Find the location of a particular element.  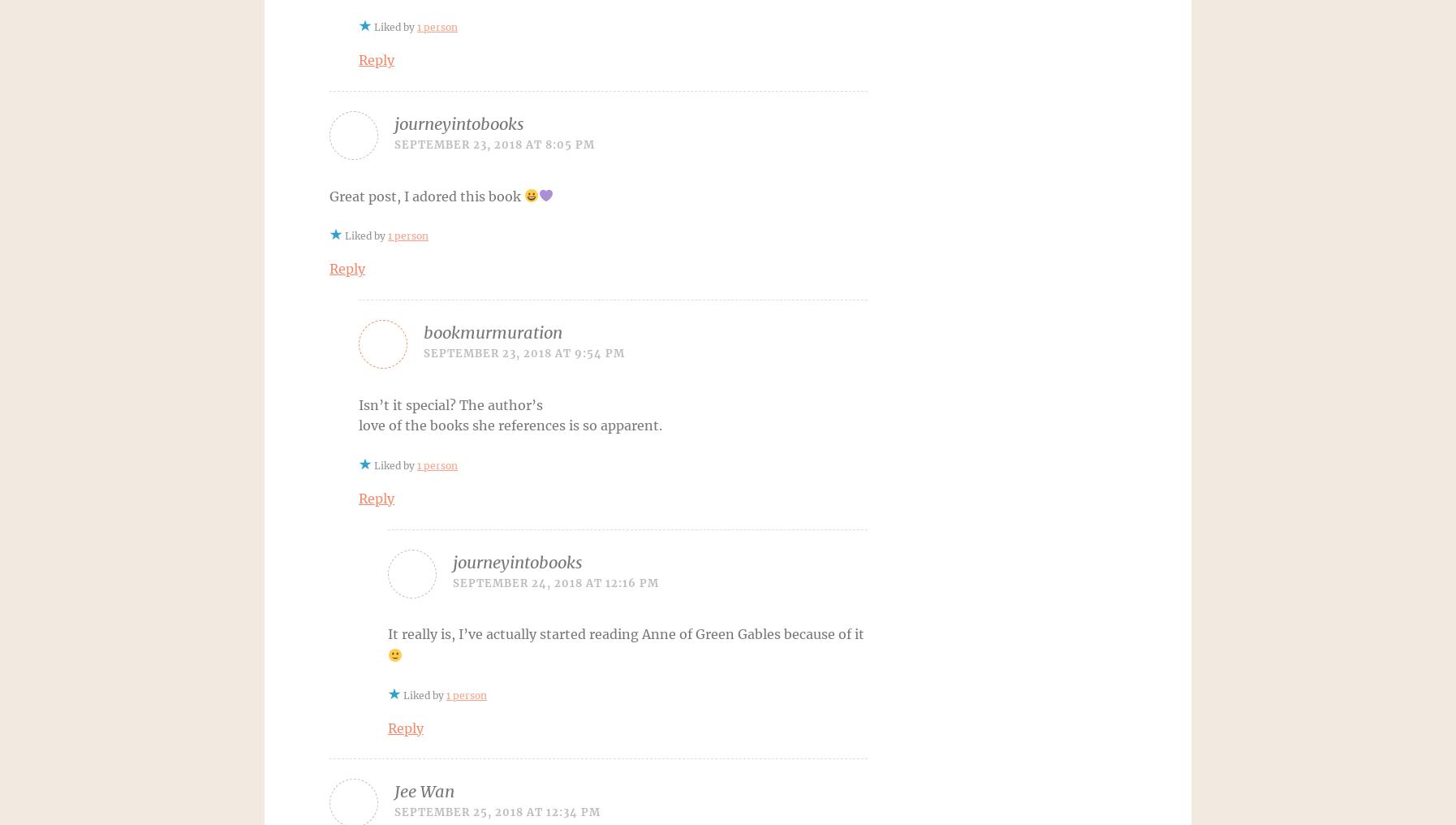

'Isn’t it special? The author’s' is located at coordinates (450, 404).